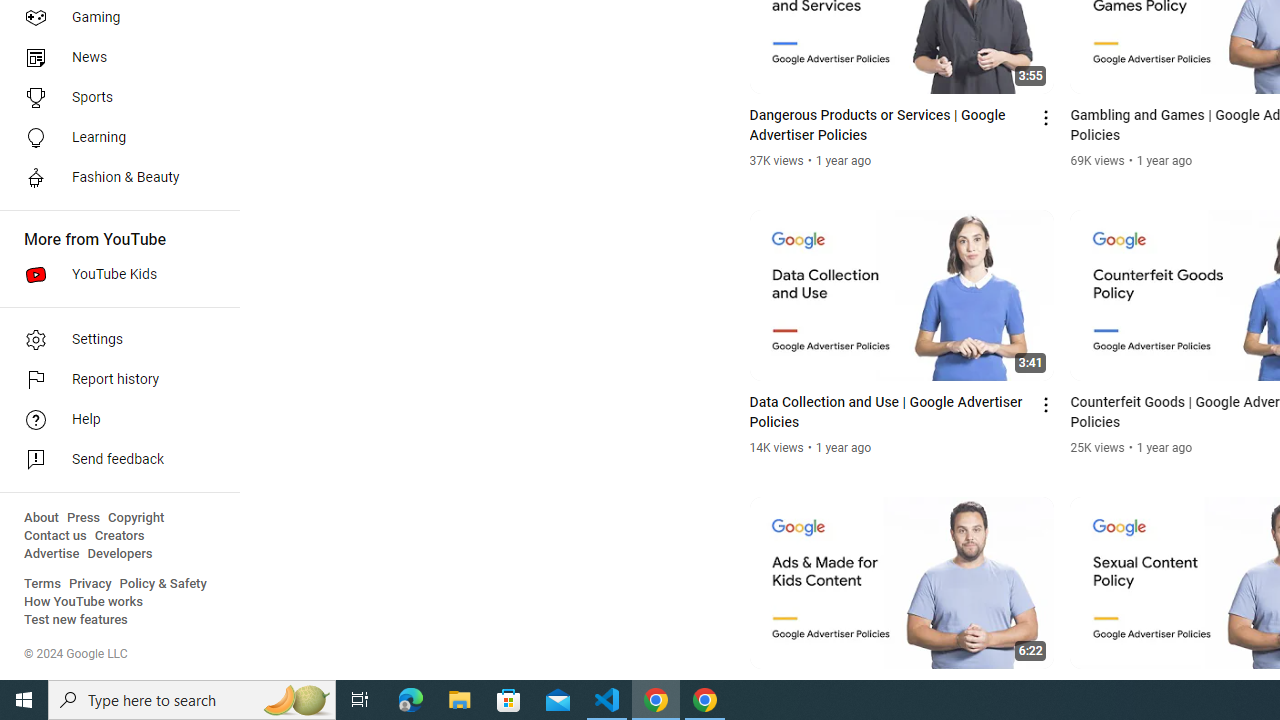 This screenshot has height=720, width=1280. What do you see at coordinates (119, 554) in the screenshot?
I see `'Developers'` at bounding box center [119, 554].